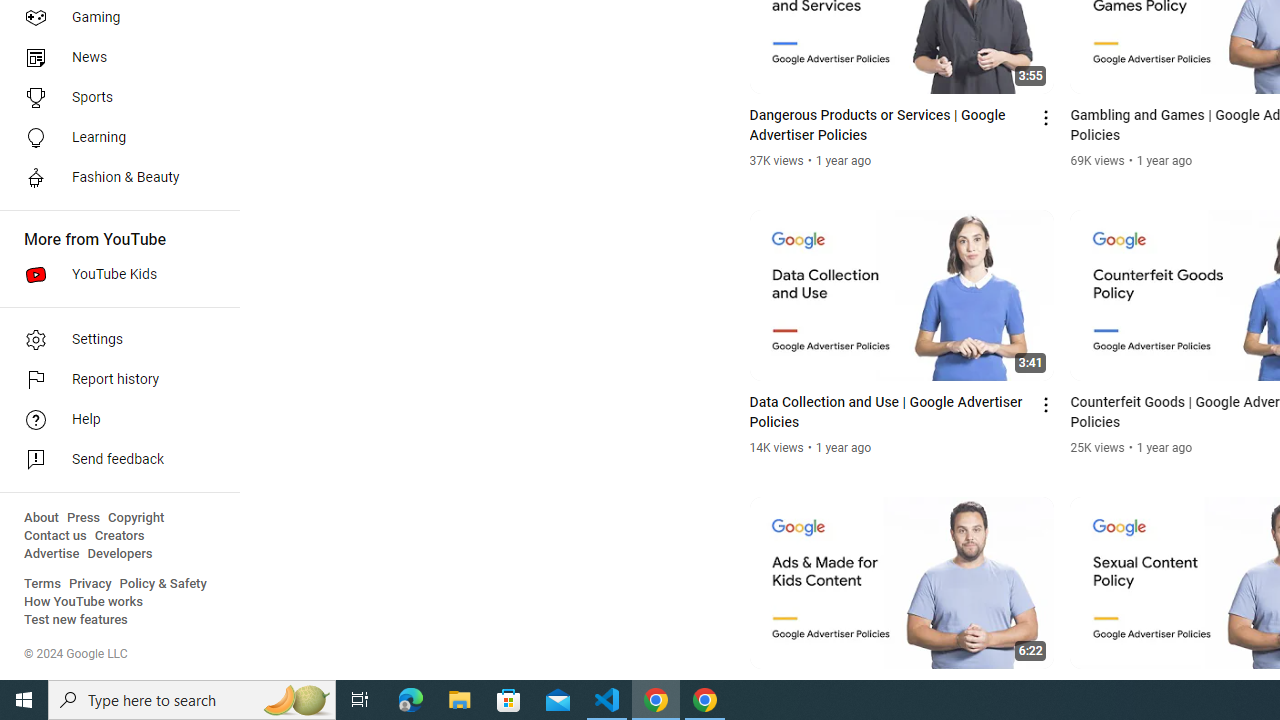 This screenshot has height=720, width=1280. What do you see at coordinates (119, 554) in the screenshot?
I see `'Developers'` at bounding box center [119, 554].